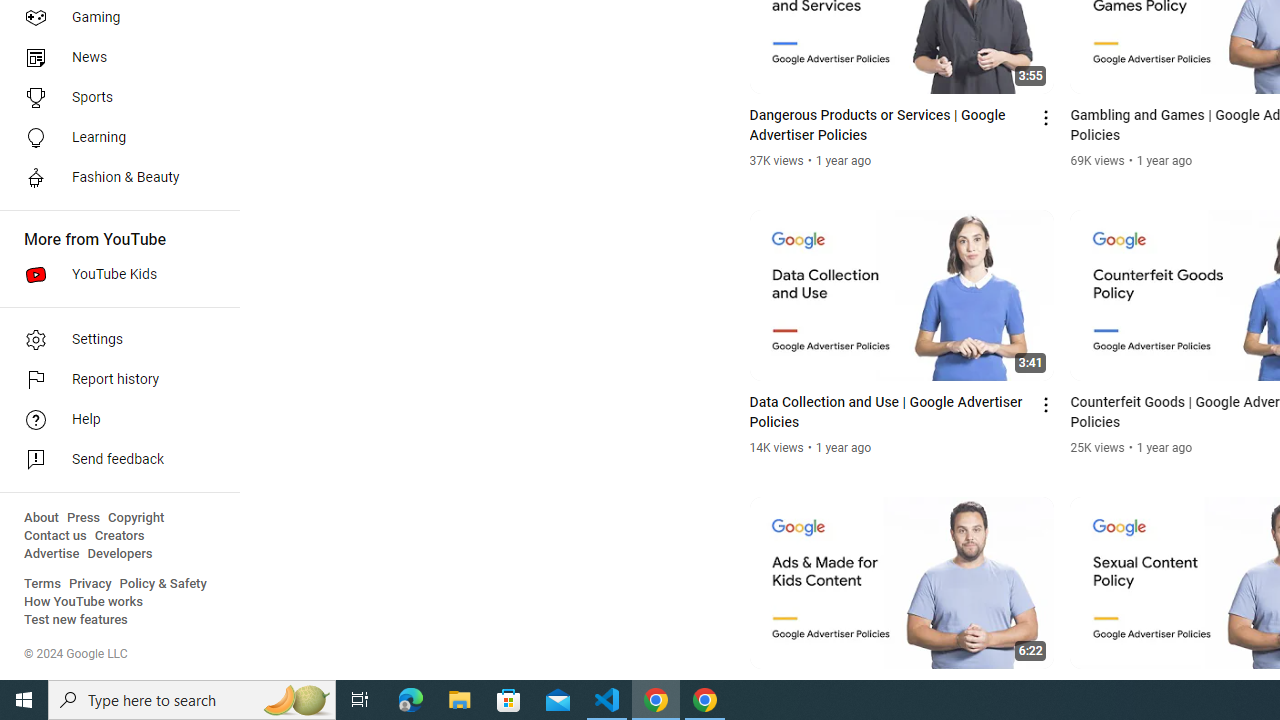 This screenshot has height=720, width=1280. What do you see at coordinates (119, 554) in the screenshot?
I see `'Developers'` at bounding box center [119, 554].